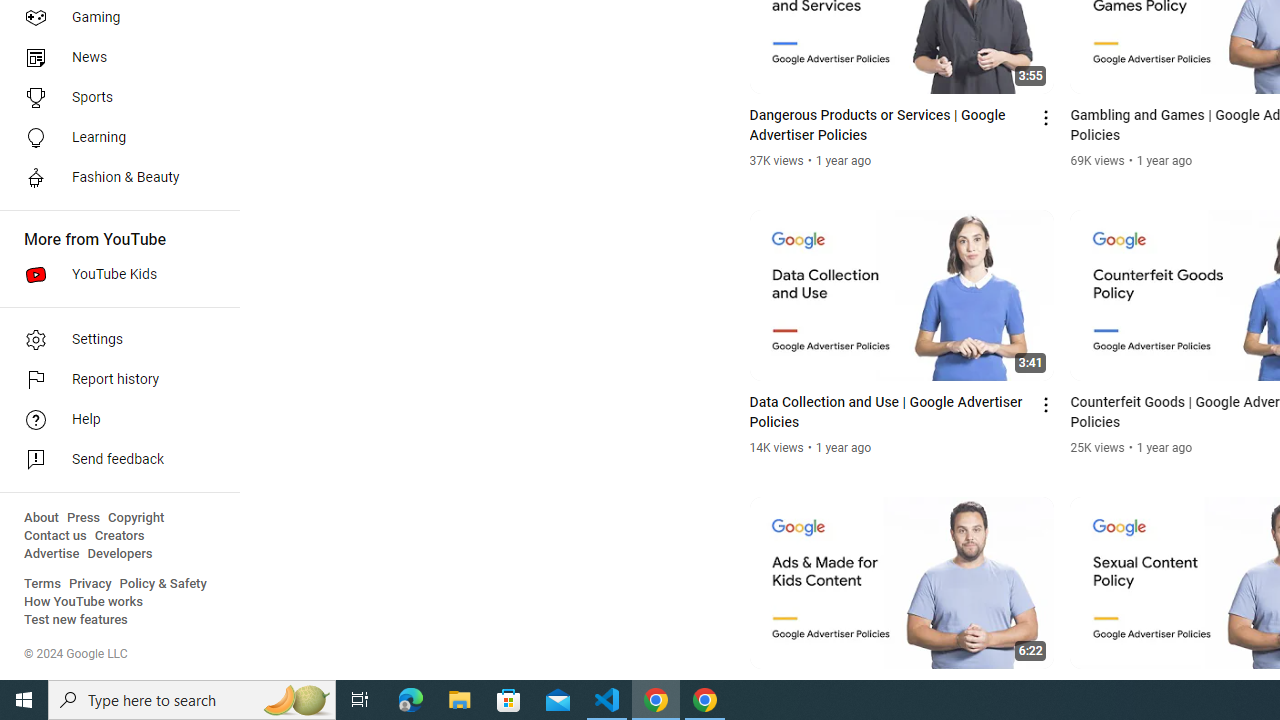 This screenshot has height=720, width=1280. What do you see at coordinates (119, 554) in the screenshot?
I see `'Developers'` at bounding box center [119, 554].